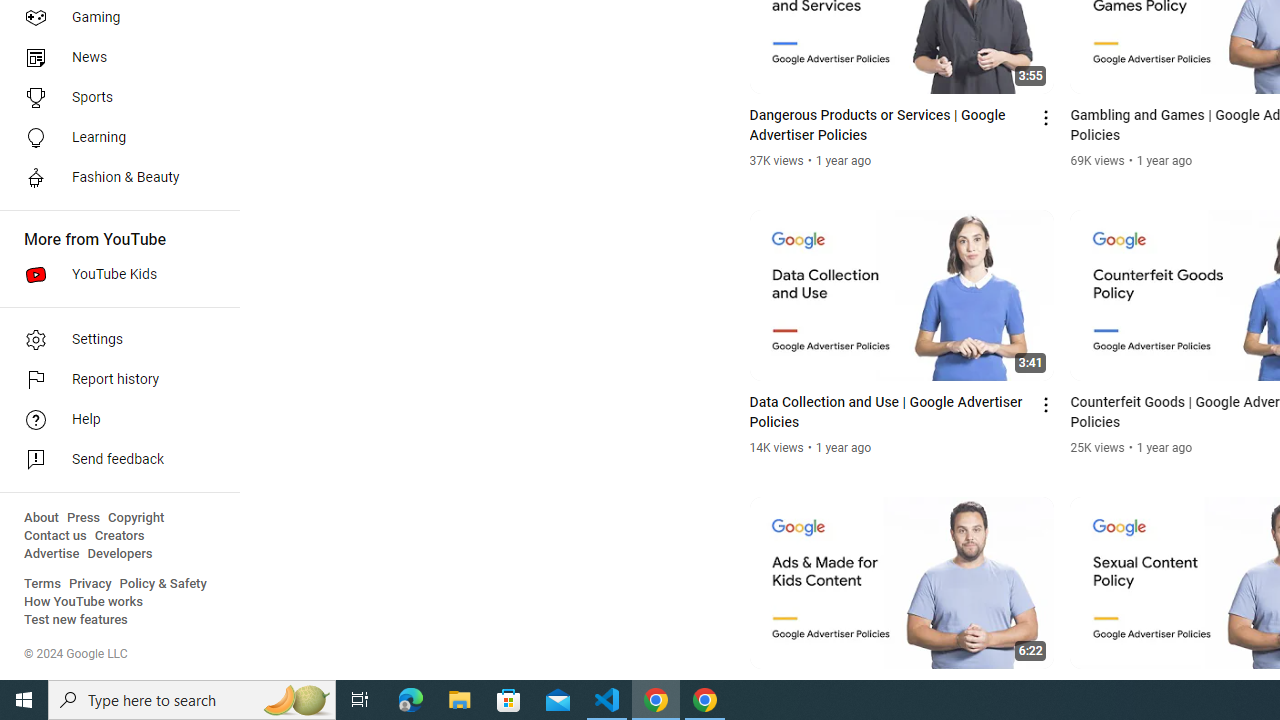 This screenshot has height=720, width=1280. What do you see at coordinates (119, 554) in the screenshot?
I see `'Developers'` at bounding box center [119, 554].